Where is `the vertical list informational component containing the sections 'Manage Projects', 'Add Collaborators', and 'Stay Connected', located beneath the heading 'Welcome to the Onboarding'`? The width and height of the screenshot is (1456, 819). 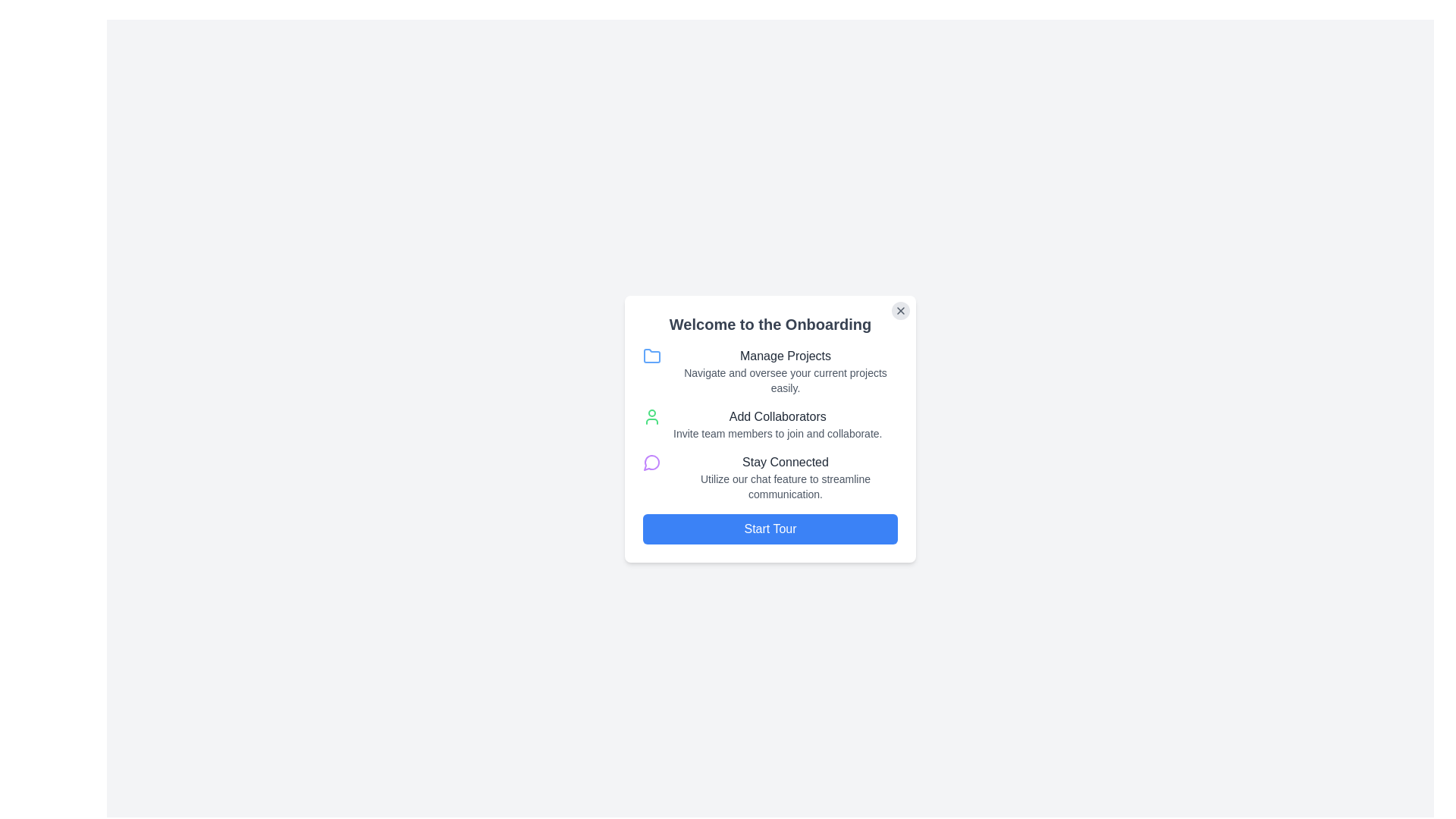 the vertical list informational component containing the sections 'Manage Projects', 'Add Collaborators', and 'Stay Connected', located beneath the heading 'Welcome to the Onboarding' is located at coordinates (770, 424).